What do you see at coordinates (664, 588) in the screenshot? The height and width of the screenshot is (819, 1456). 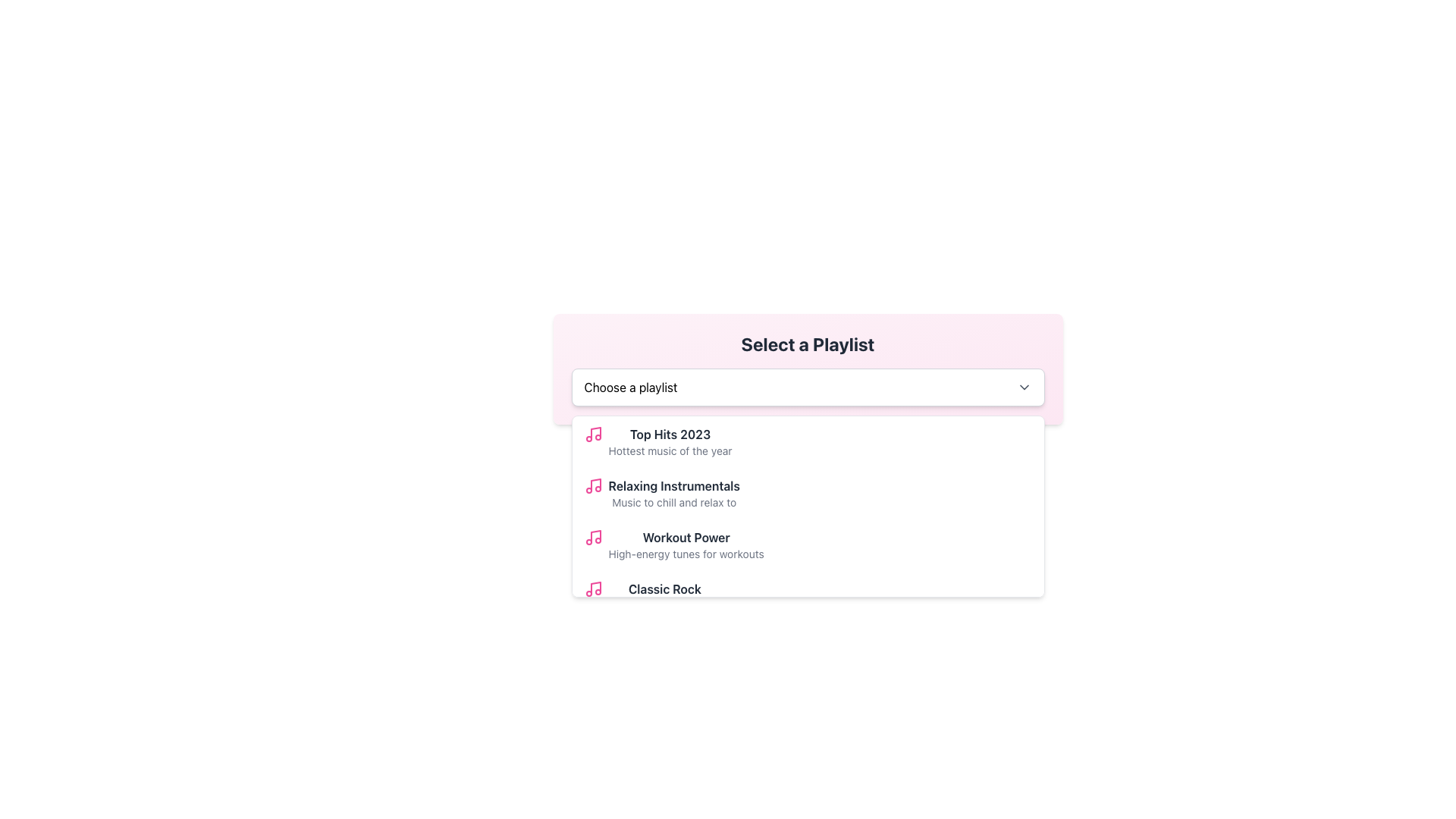 I see `the 'Classic Rock' text label located at the bottom of the dropdown list in the modal panel, which is the fourth item in the list and has the subtitle 'Timeless rock anthems' below it` at bounding box center [664, 588].